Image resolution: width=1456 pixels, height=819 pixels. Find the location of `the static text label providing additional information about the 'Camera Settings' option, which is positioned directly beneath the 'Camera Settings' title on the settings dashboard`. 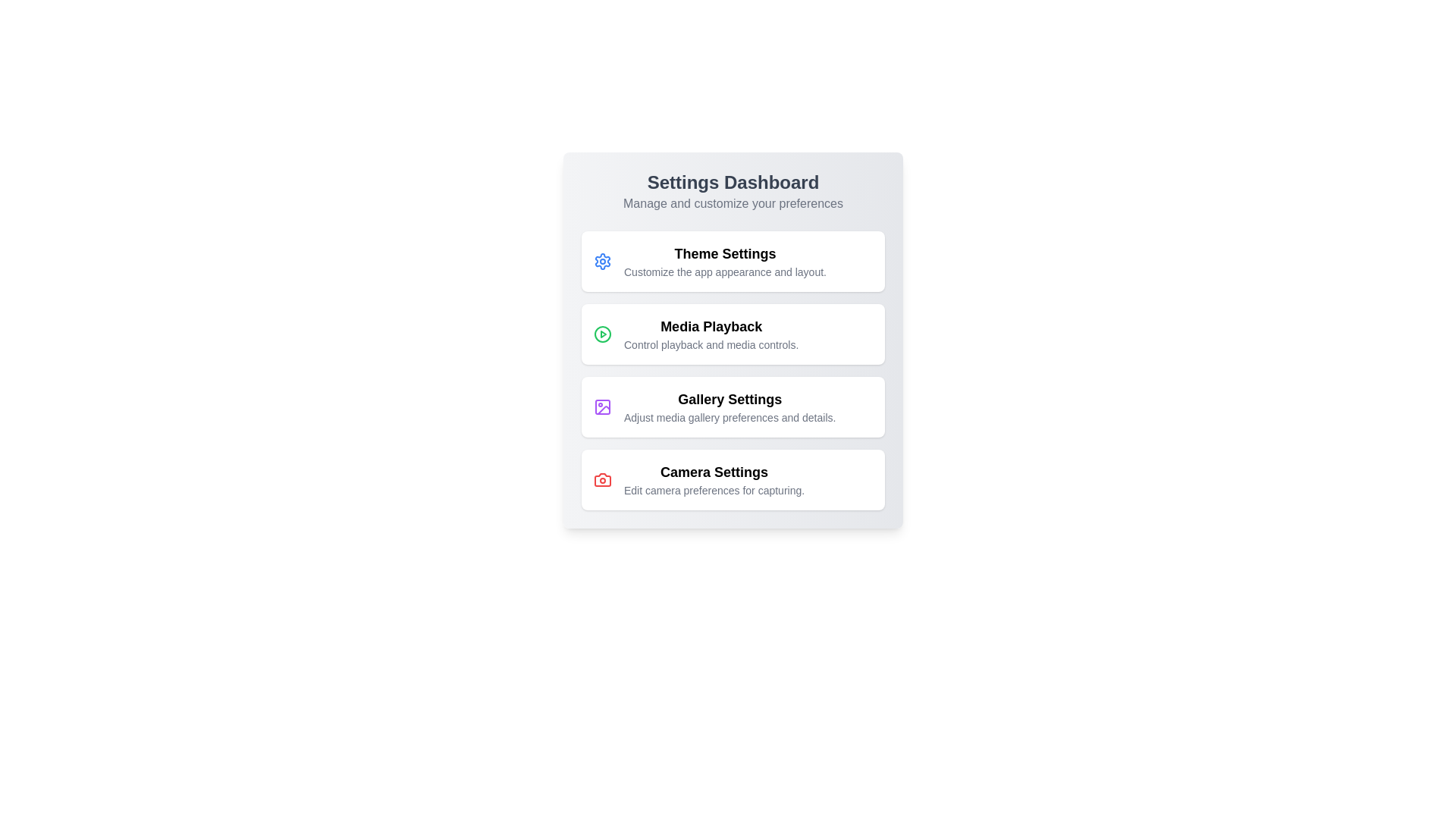

the static text label providing additional information about the 'Camera Settings' option, which is positioned directly beneath the 'Camera Settings' title on the settings dashboard is located at coordinates (714, 491).